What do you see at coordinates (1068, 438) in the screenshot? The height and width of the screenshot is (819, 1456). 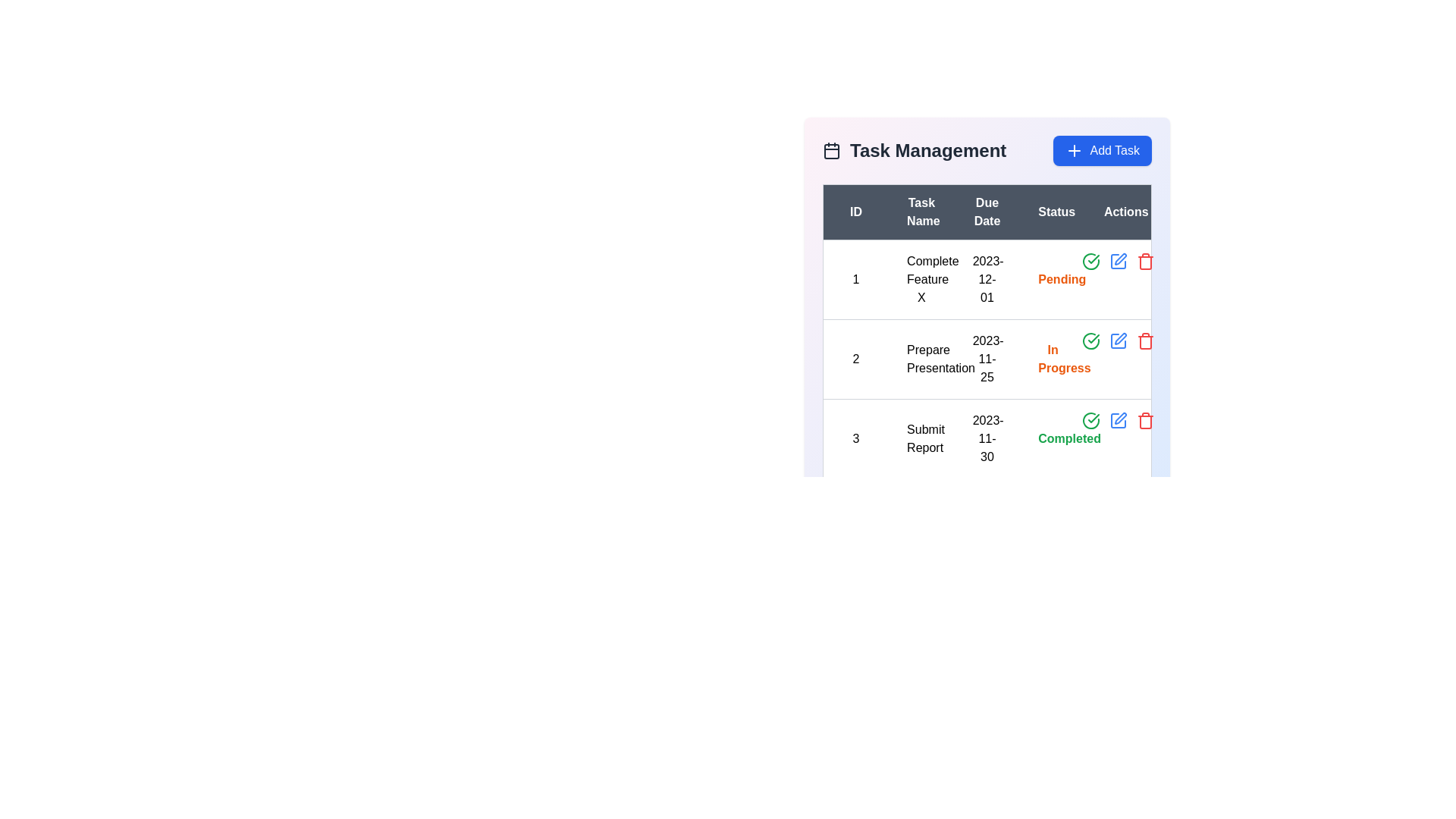 I see `the static text indicating the completion status of the 'Submit Report' task in the 'Status' column of the third row in the table` at bounding box center [1068, 438].